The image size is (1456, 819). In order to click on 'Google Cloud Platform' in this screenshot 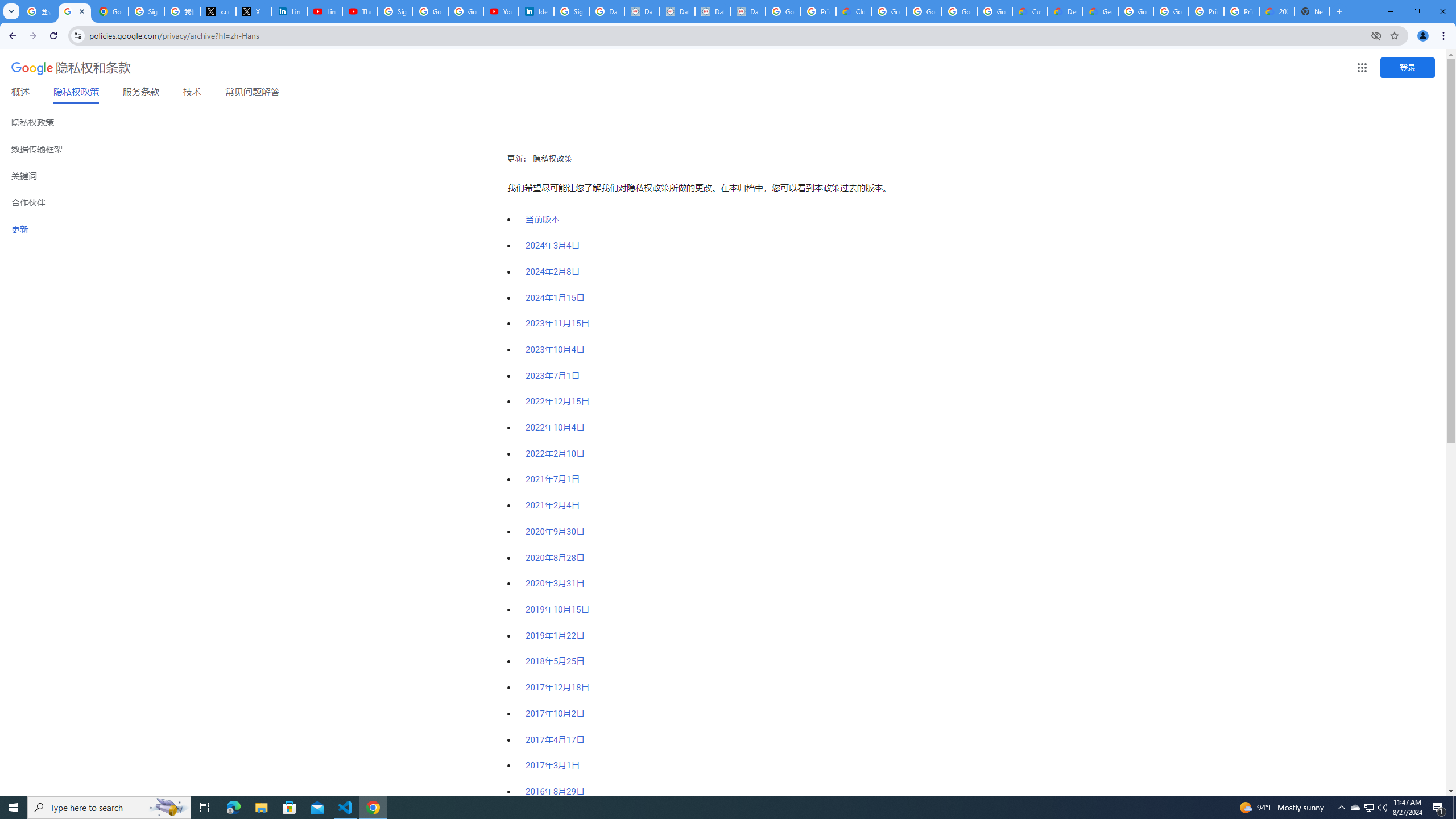, I will do `click(1170, 11)`.